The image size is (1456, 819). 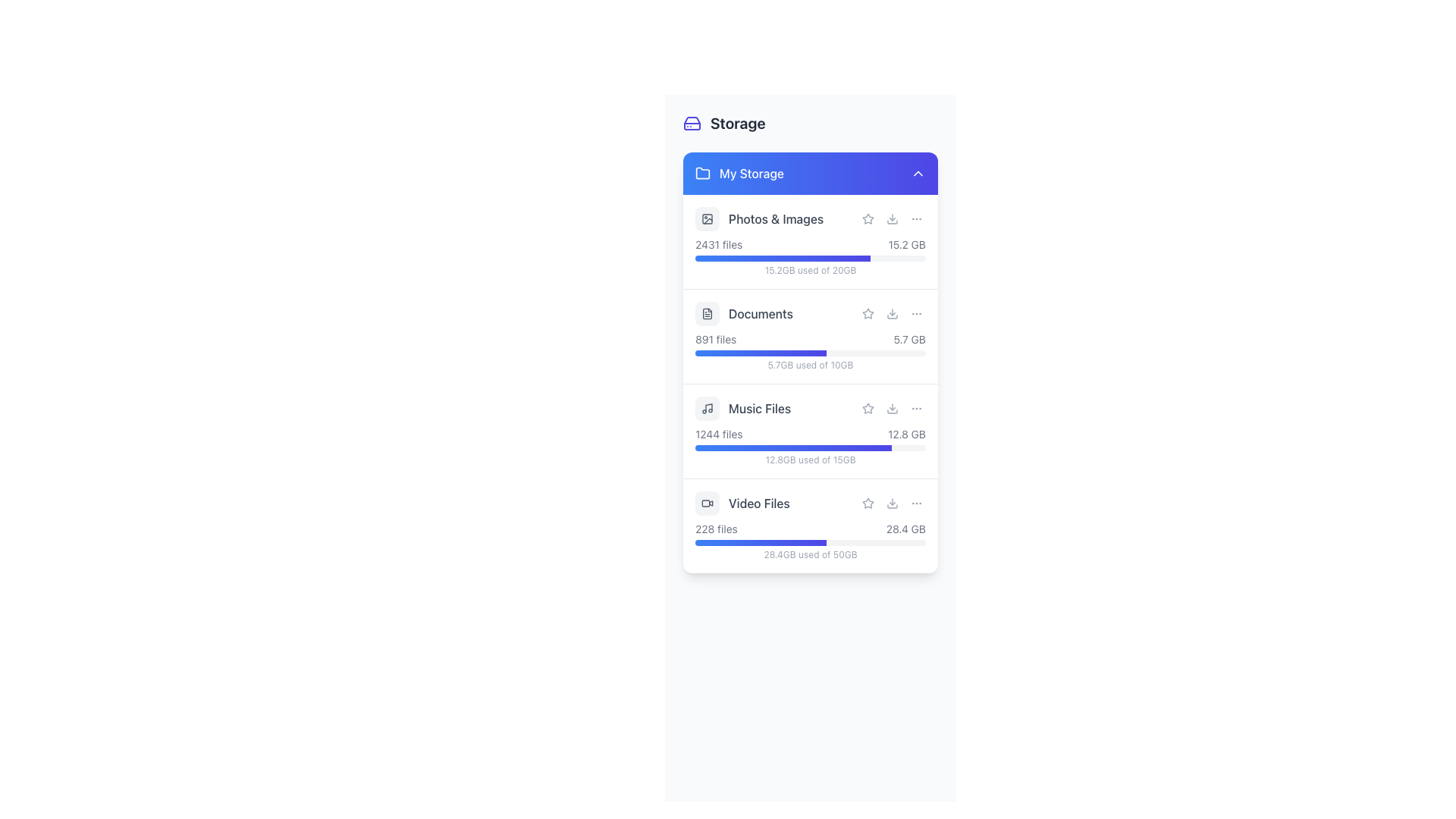 What do you see at coordinates (706, 408) in the screenshot?
I see `the decorative icon representing the 'Music Files' section, which is positioned to the left of the text 'Music Files' and above the storage usage progress bar` at bounding box center [706, 408].